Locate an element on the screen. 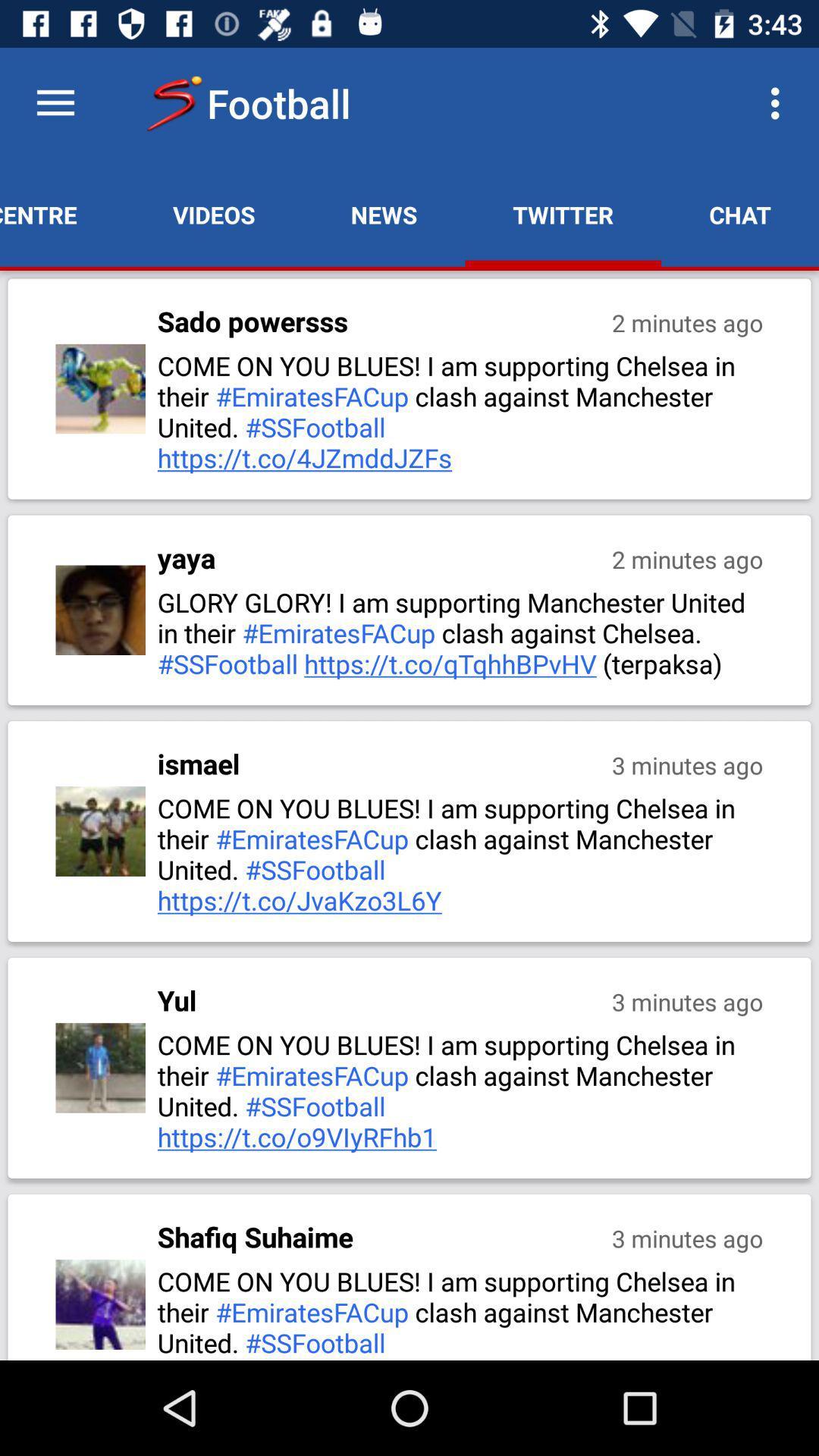 Image resolution: width=819 pixels, height=1456 pixels. open menu is located at coordinates (55, 102).